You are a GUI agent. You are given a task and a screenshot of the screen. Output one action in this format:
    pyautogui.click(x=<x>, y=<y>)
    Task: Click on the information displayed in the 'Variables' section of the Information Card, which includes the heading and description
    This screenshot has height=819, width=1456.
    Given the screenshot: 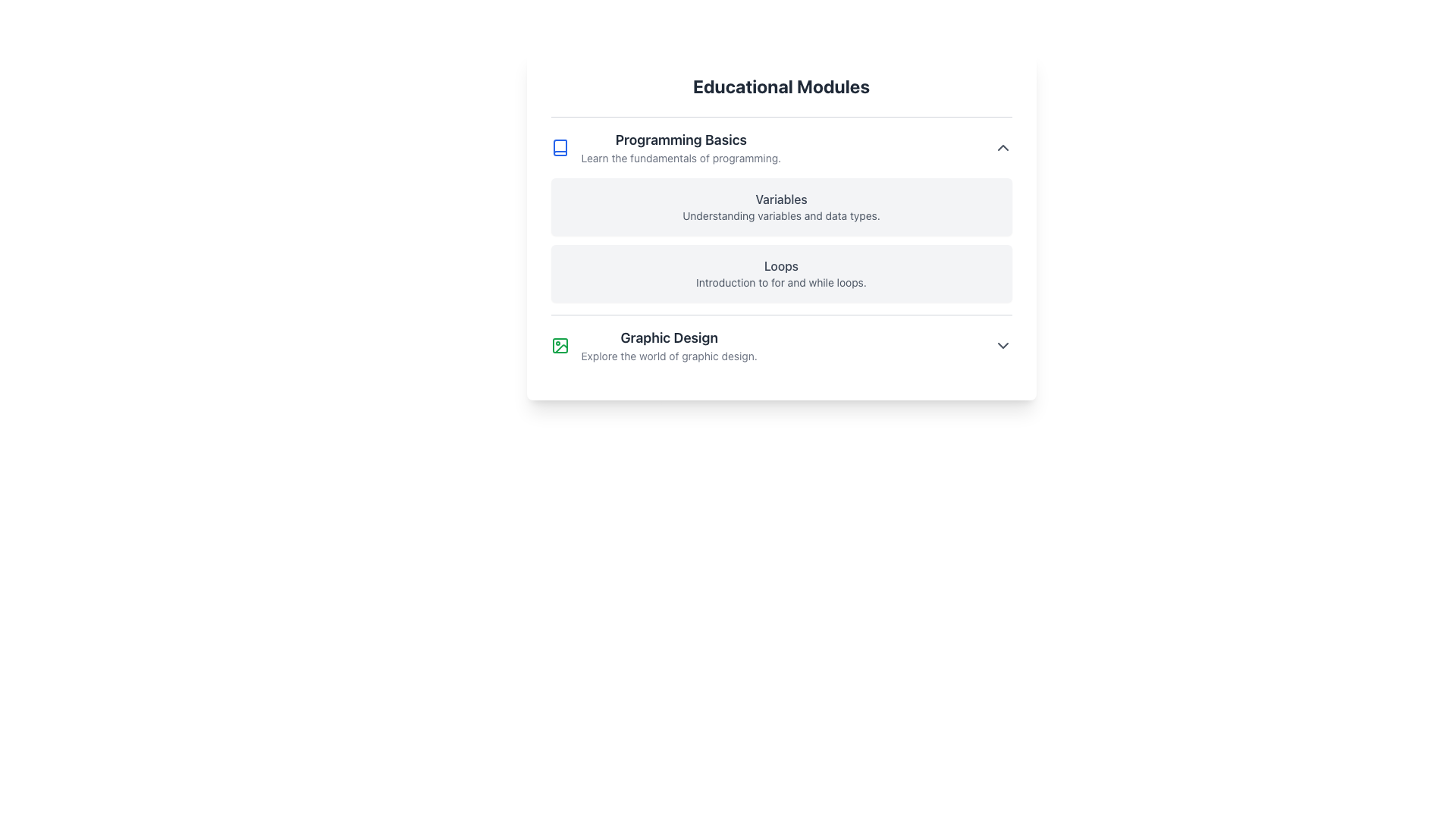 What is the action you would take?
    pyautogui.click(x=781, y=207)
    